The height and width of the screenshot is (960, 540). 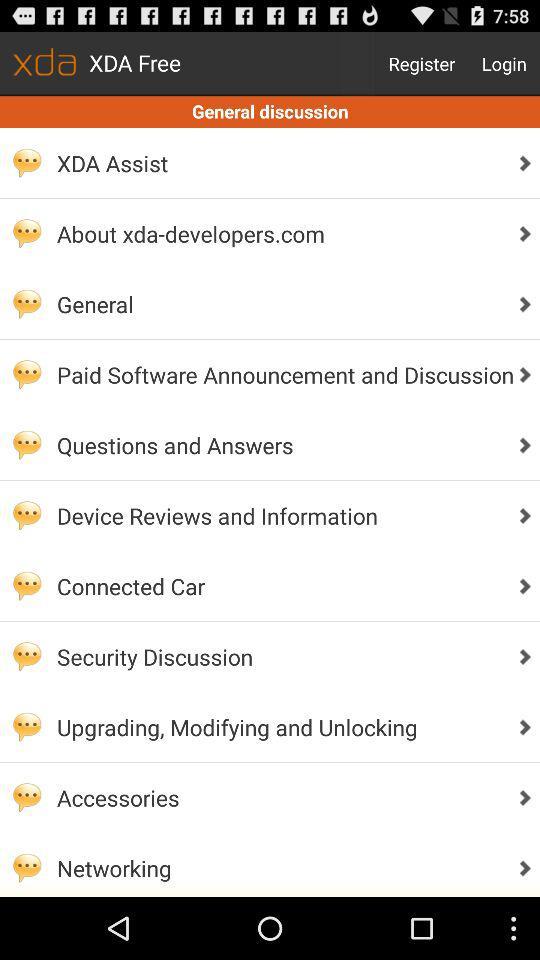 I want to click on paid software announcement app, so click(x=279, y=373).